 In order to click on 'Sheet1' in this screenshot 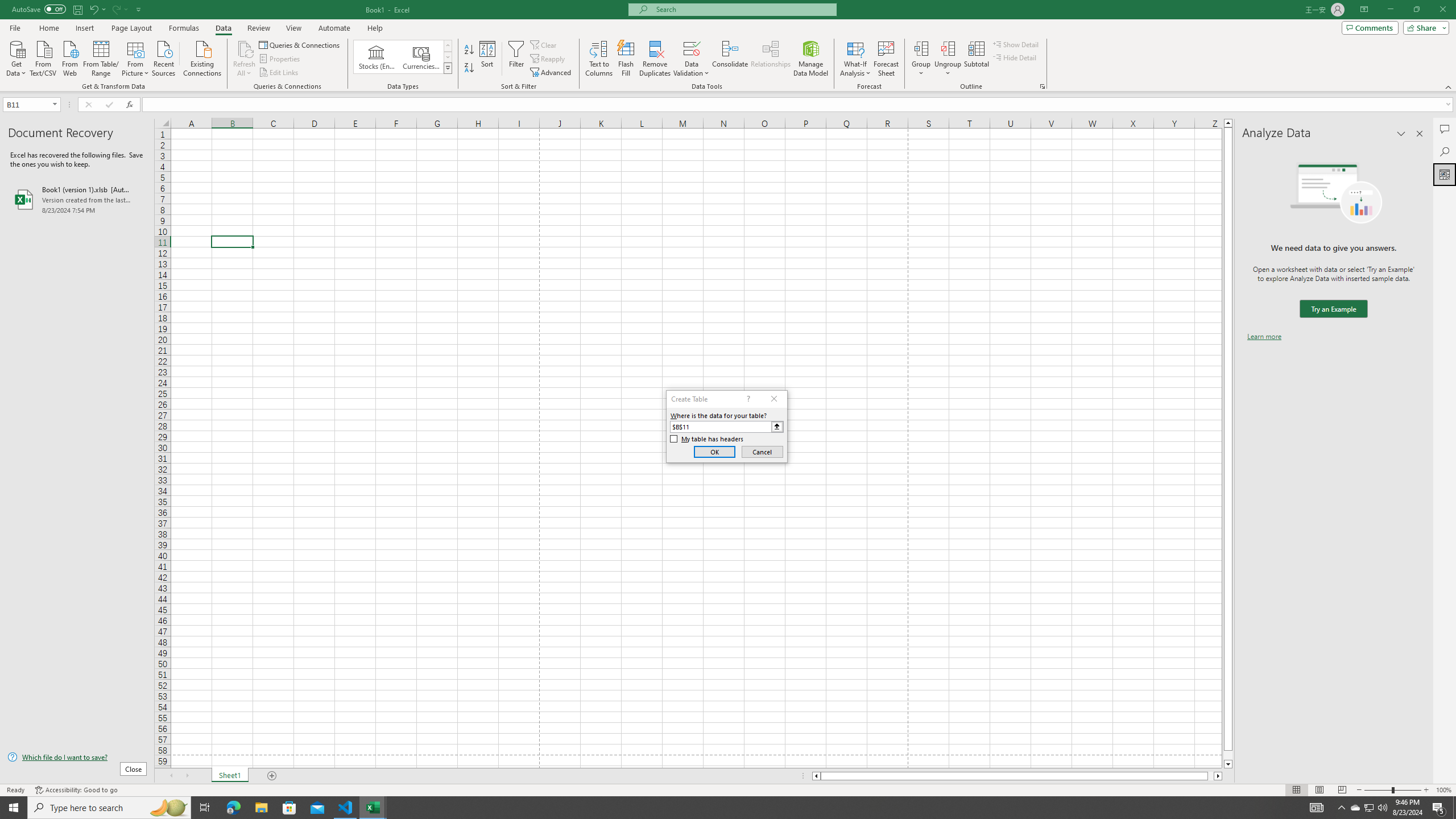, I will do `click(229, 775)`.